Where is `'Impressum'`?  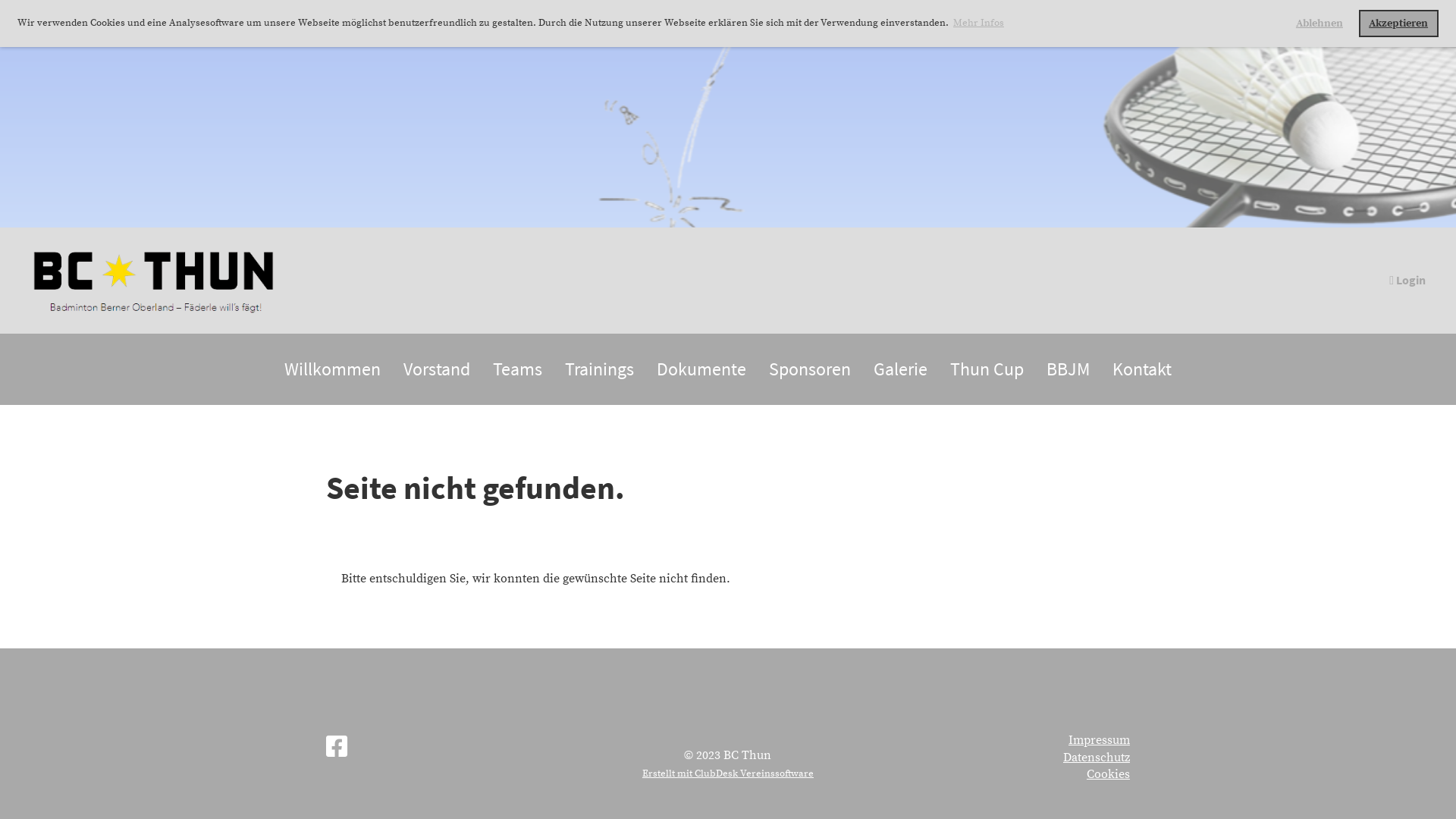 'Impressum' is located at coordinates (1068, 739).